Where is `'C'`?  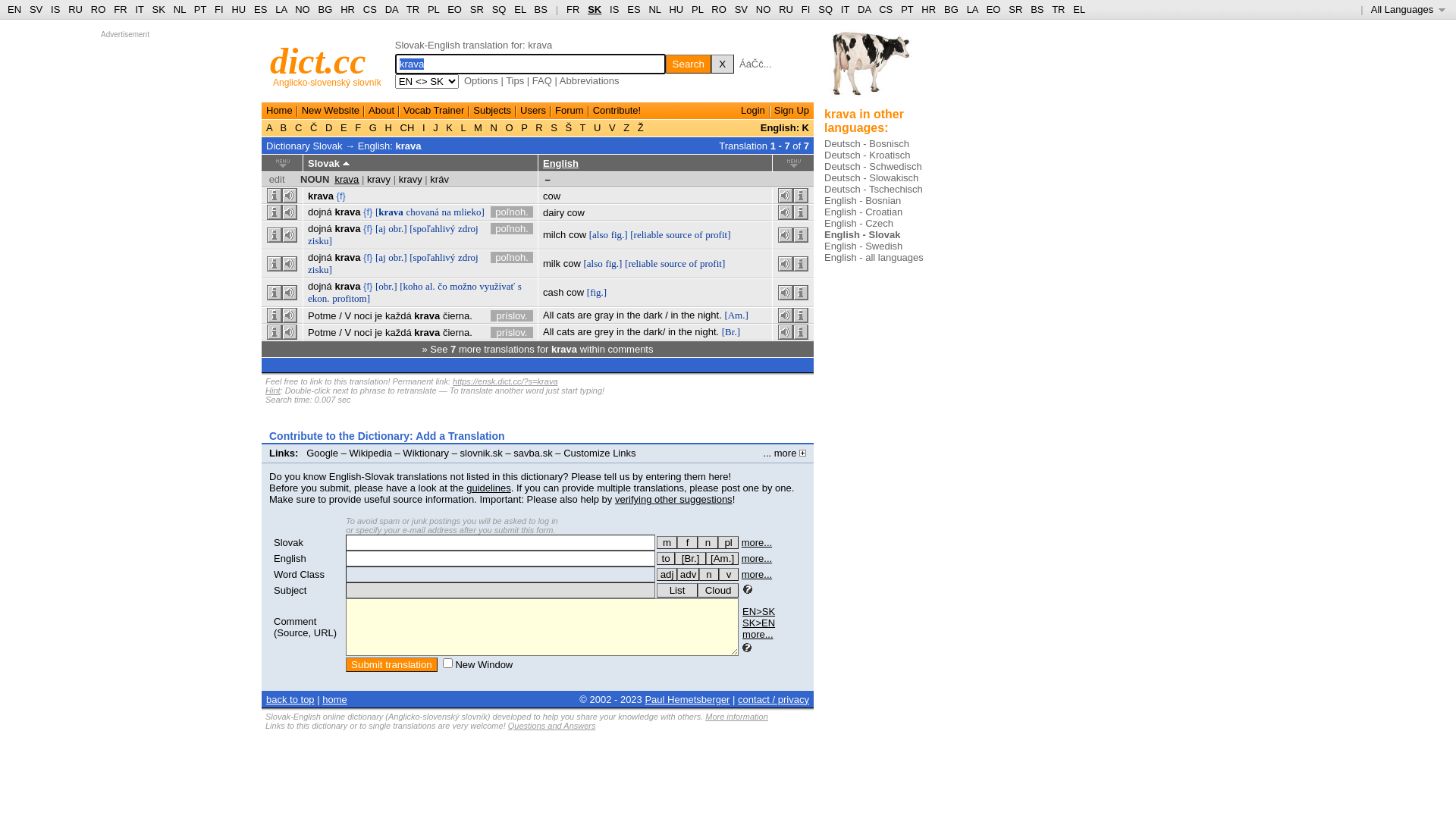 'C' is located at coordinates (298, 127).